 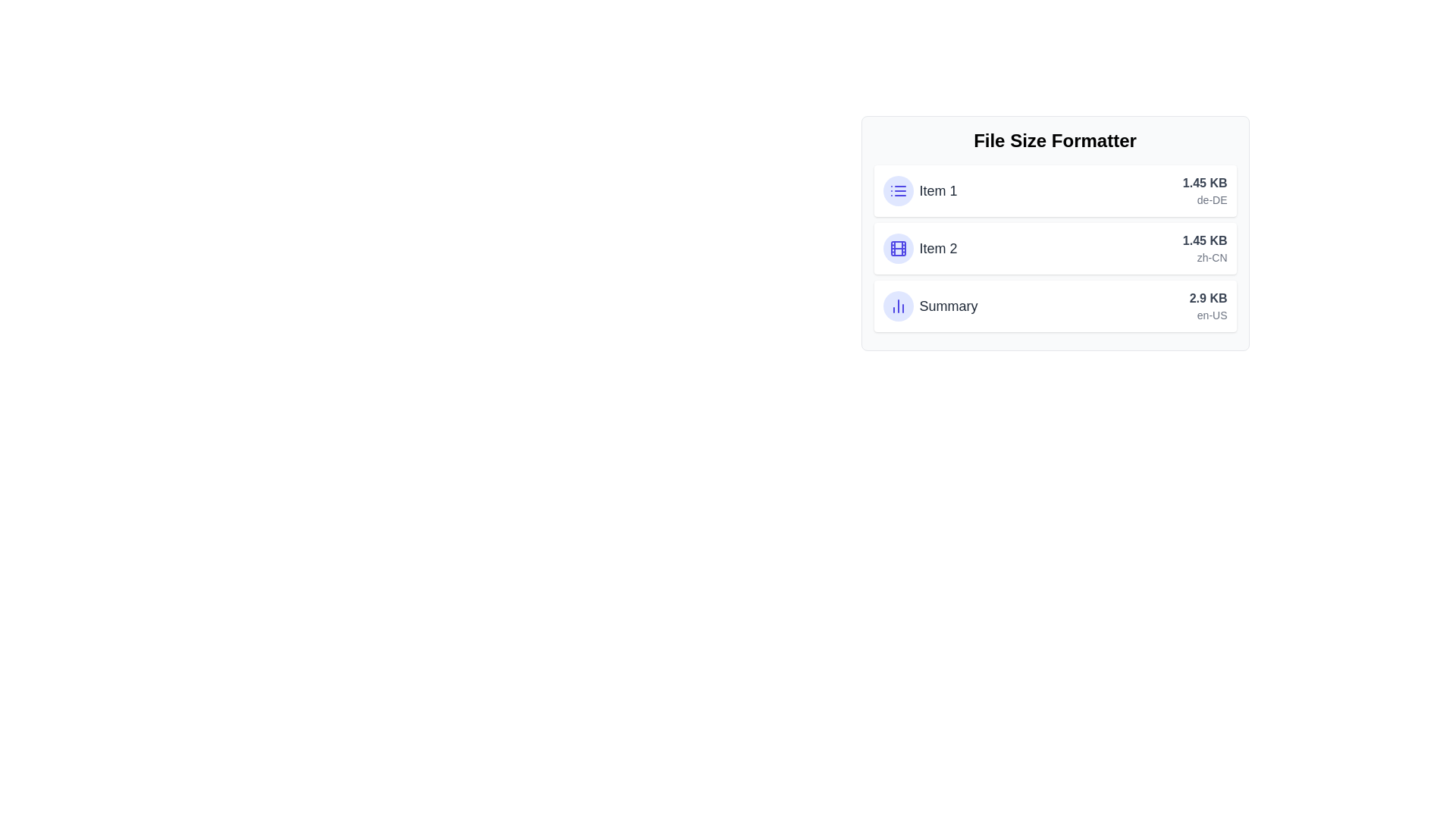 What do you see at coordinates (937, 190) in the screenshot?
I see `label displaying 'Item 1' that is aligned to the right of a list icon, which is styled in medium font size and gray color` at bounding box center [937, 190].